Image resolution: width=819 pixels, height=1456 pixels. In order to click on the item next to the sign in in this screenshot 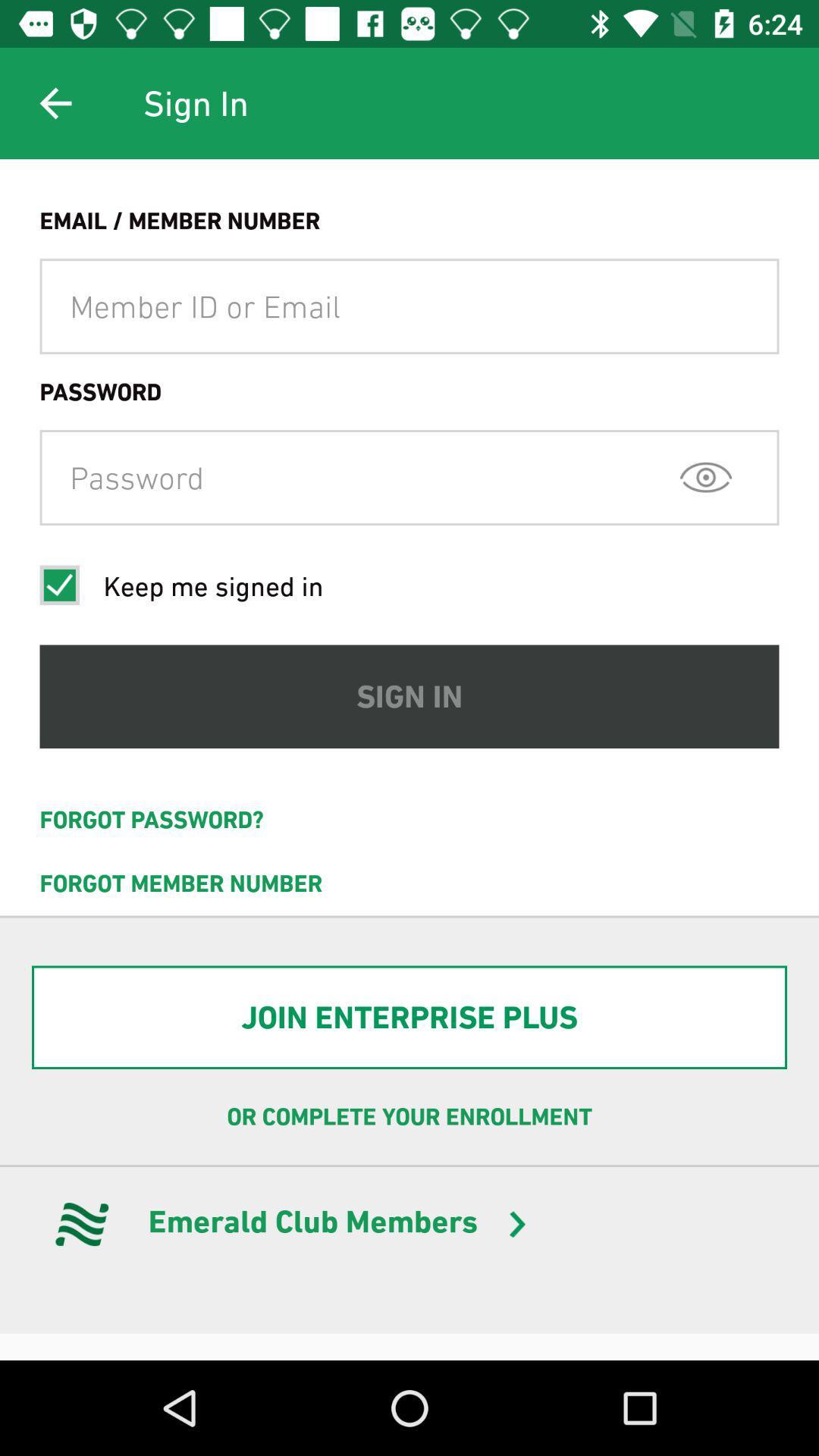, I will do `click(55, 102)`.